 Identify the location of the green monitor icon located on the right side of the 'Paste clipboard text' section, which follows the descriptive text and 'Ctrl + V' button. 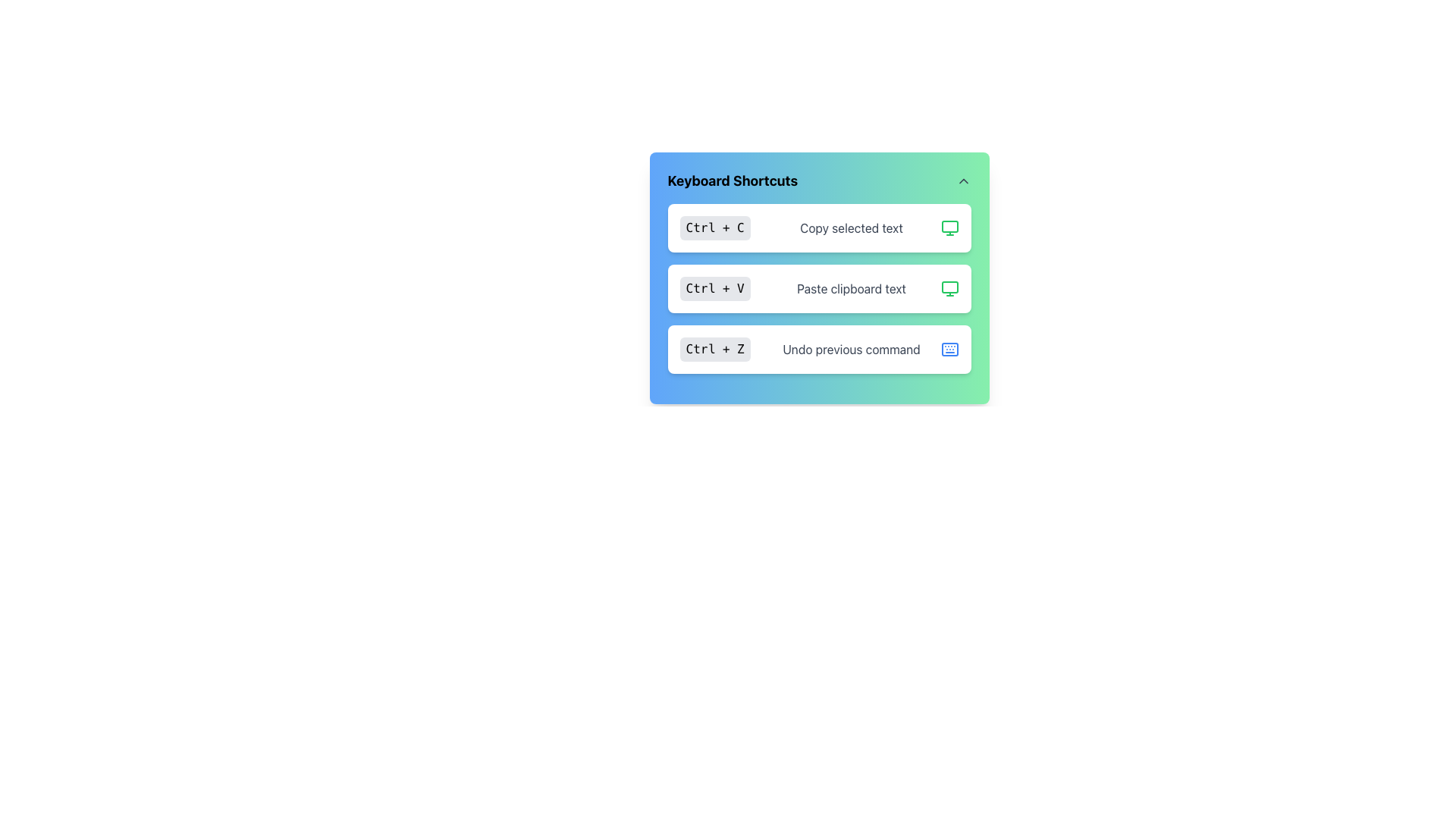
(949, 289).